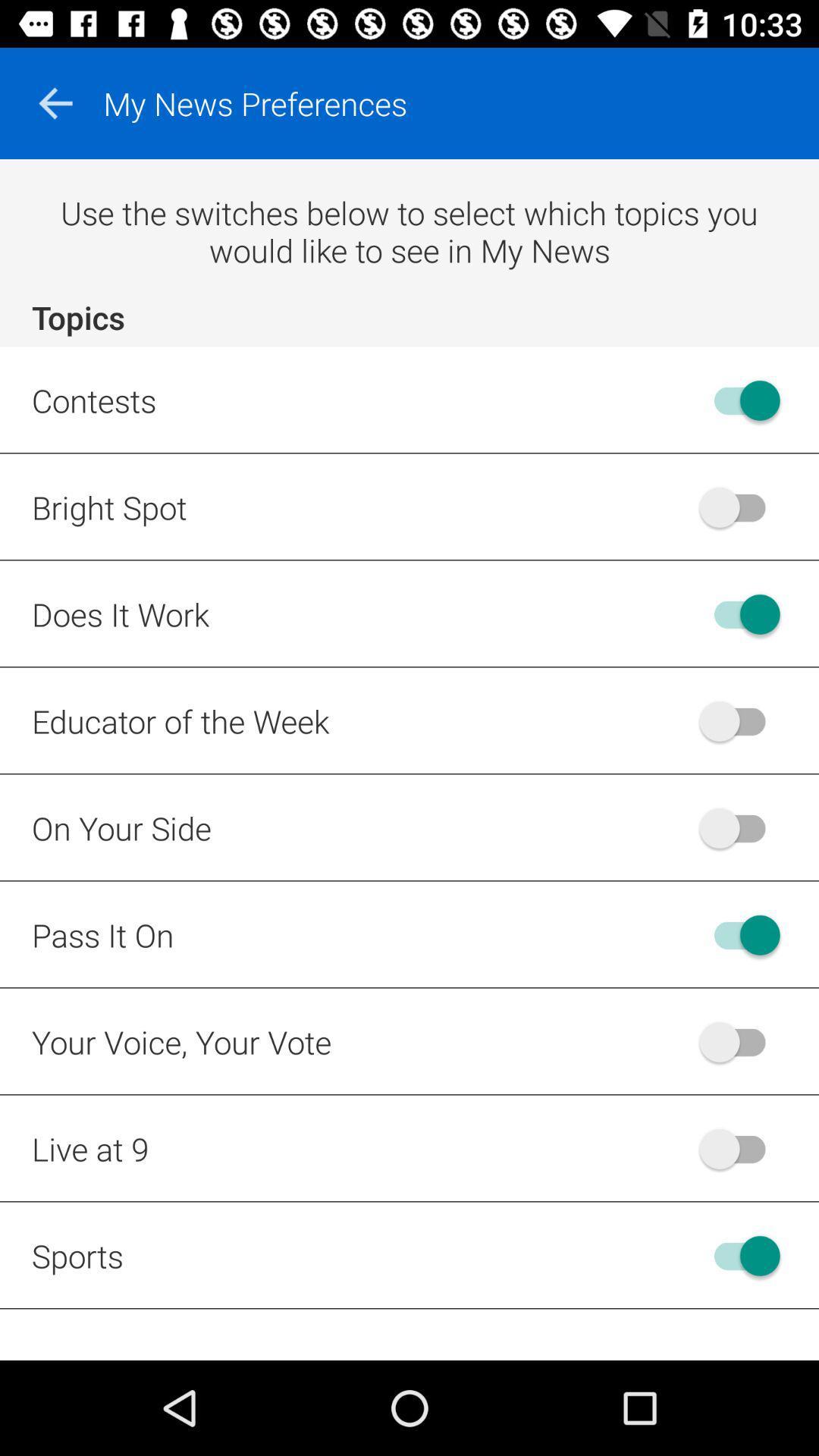 This screenshot has width=819, height=1456. What do you see at coordinates (55, 102) in the screenshot?
I see `back to my news preferences` at bounding box center [55, 102].